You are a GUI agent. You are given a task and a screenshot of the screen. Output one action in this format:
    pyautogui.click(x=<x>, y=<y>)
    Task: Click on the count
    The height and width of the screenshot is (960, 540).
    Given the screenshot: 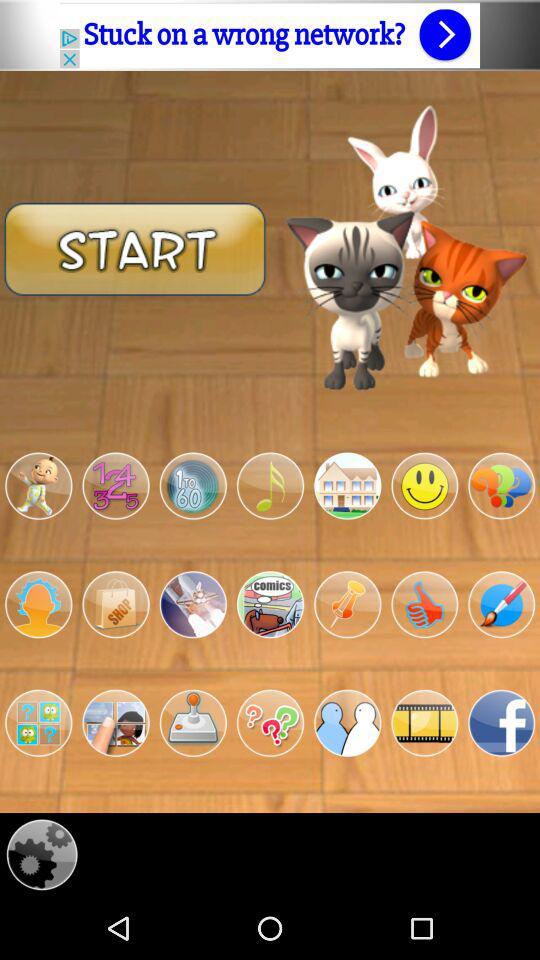 What is the action you would take?
    pyautogui.click(x=115, y=485)
    